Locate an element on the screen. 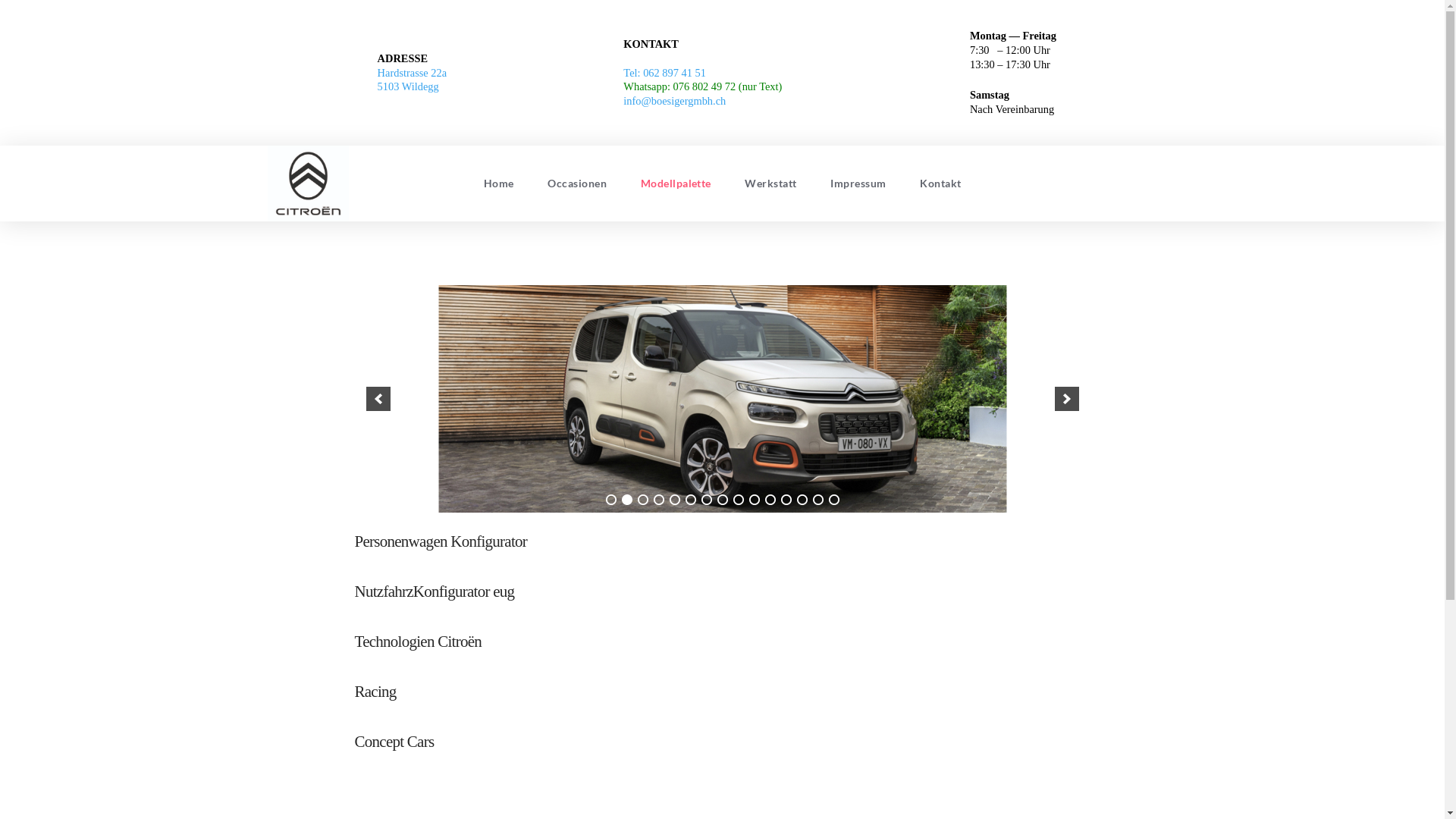  '3' is located at coordinates (642, 500).